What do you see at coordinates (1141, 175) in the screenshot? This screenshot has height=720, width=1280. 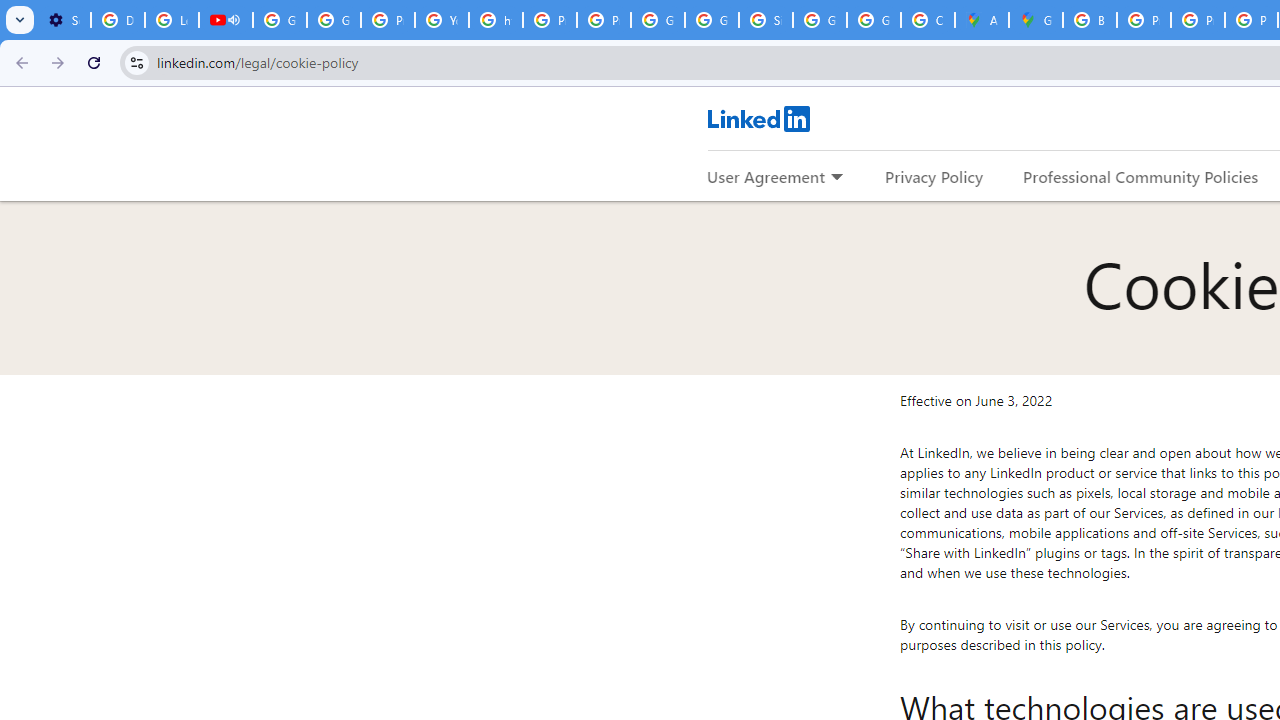 I see `'Professional Community Policies'` at bounding box center [1141, 175].